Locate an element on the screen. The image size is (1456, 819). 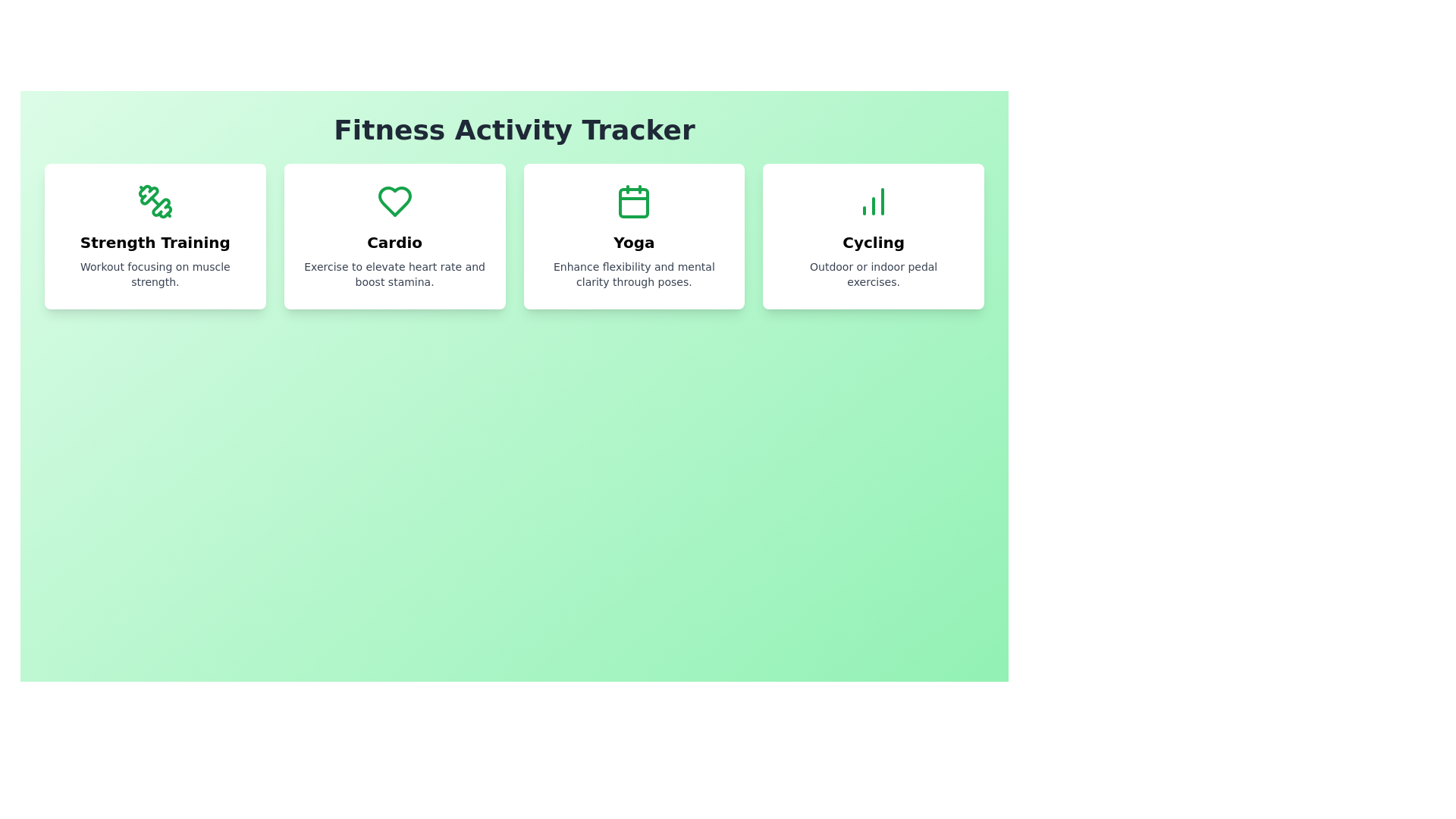
the supporting information text about 'Cycling' located below the 'Cycling' title in the 'Fitness Activity Tracker' grid is located at coordinates (874, 275).